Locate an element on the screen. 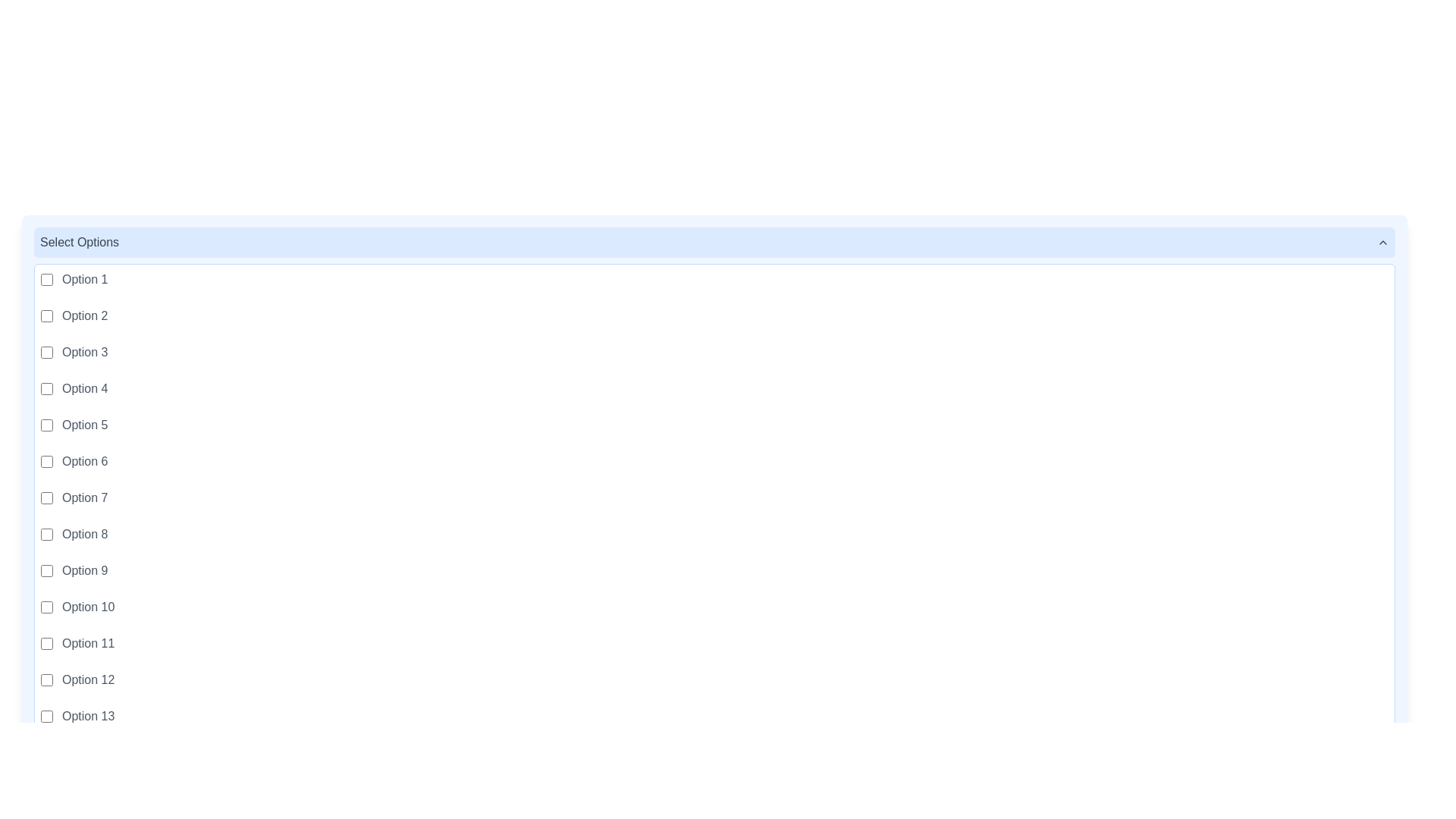  text label displaying 'Option 8', which is right-aligned next to its associated checkbox in the list of options is located at coordinates (84, 534).